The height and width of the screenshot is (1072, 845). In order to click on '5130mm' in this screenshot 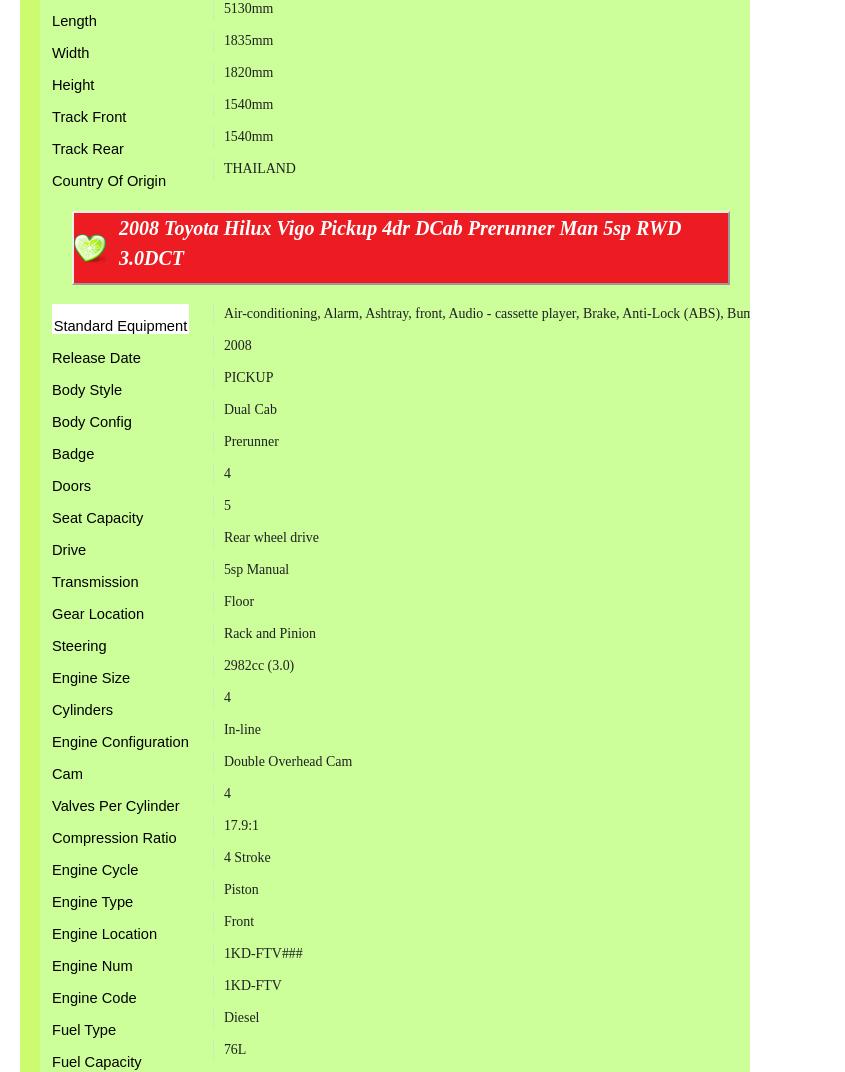, I will do `click(221, 7)`.